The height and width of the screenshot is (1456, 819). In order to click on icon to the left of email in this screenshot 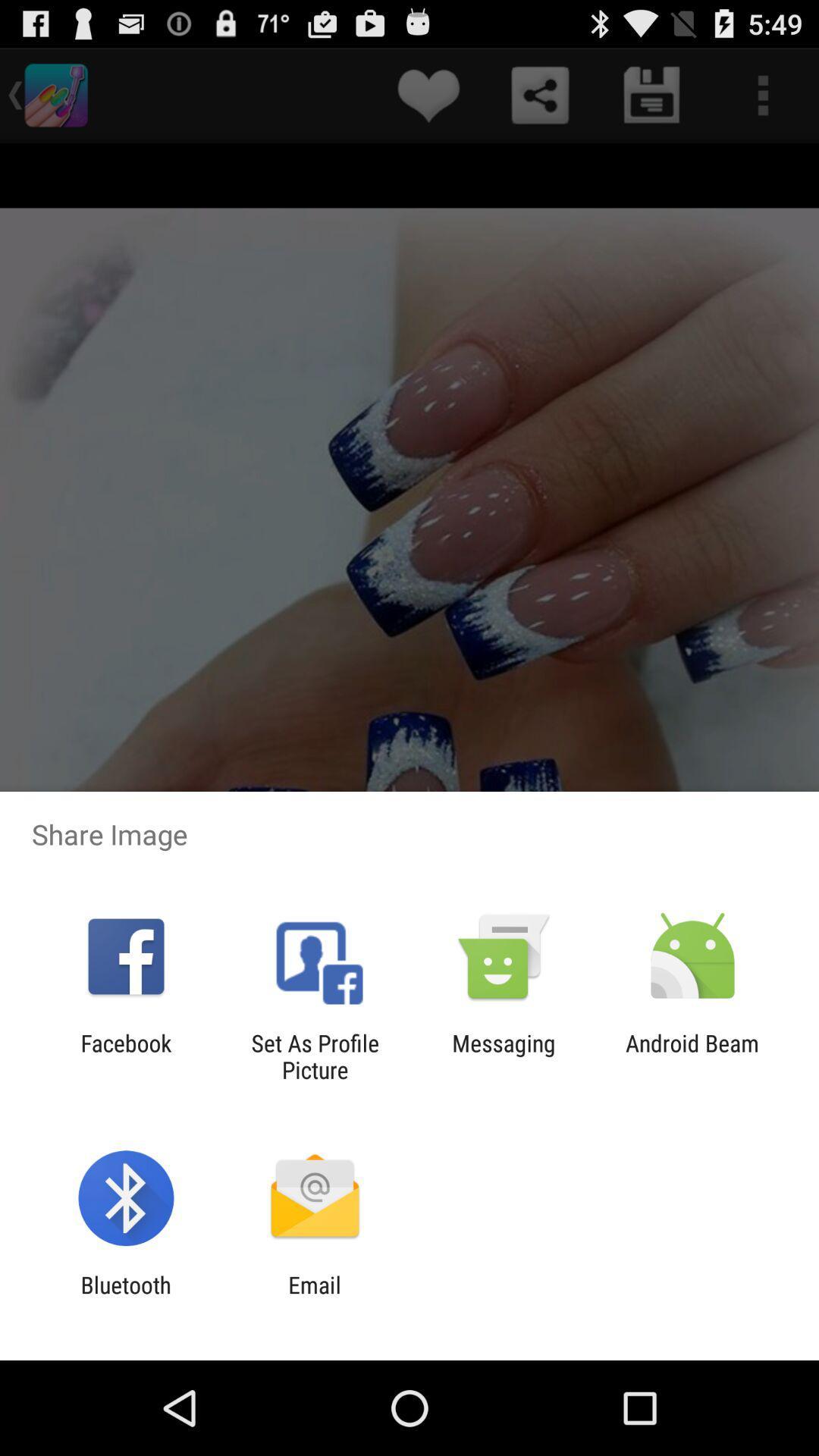, I will do `click(125, 1298)`.